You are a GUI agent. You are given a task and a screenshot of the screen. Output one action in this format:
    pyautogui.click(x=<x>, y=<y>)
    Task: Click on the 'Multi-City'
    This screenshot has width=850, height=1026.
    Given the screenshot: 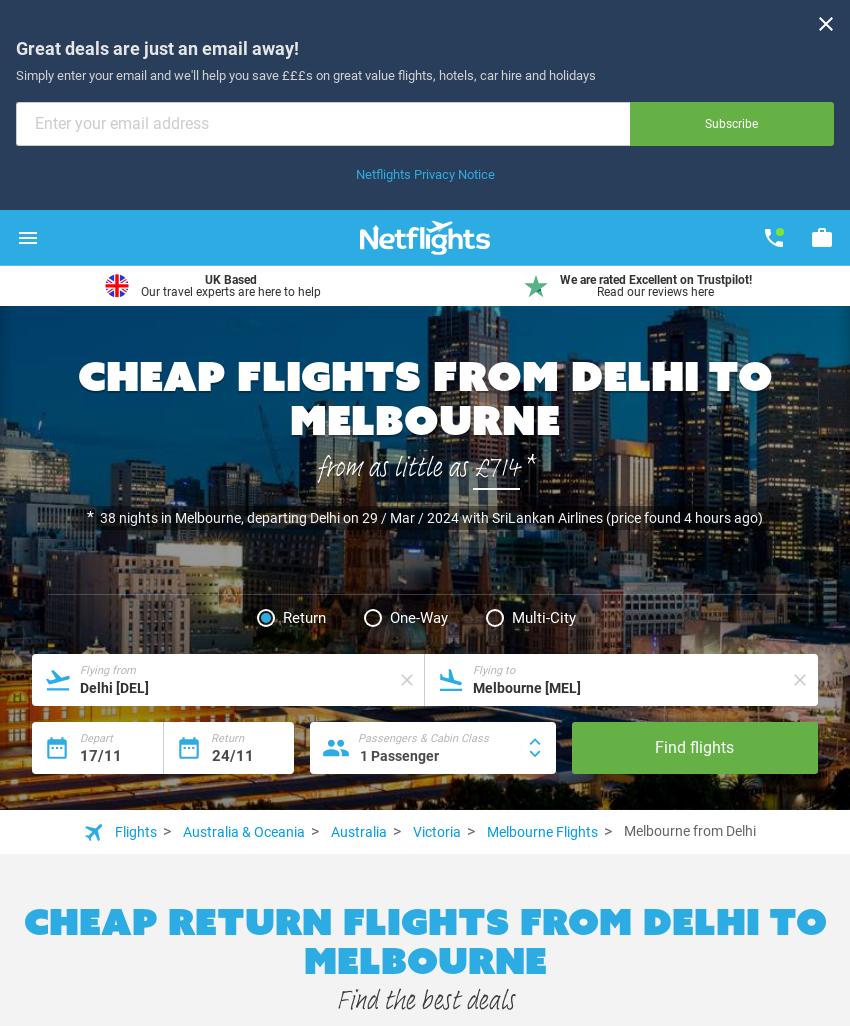 What is the action you would take?
    pyautogui.click(x=541, y=617)
    